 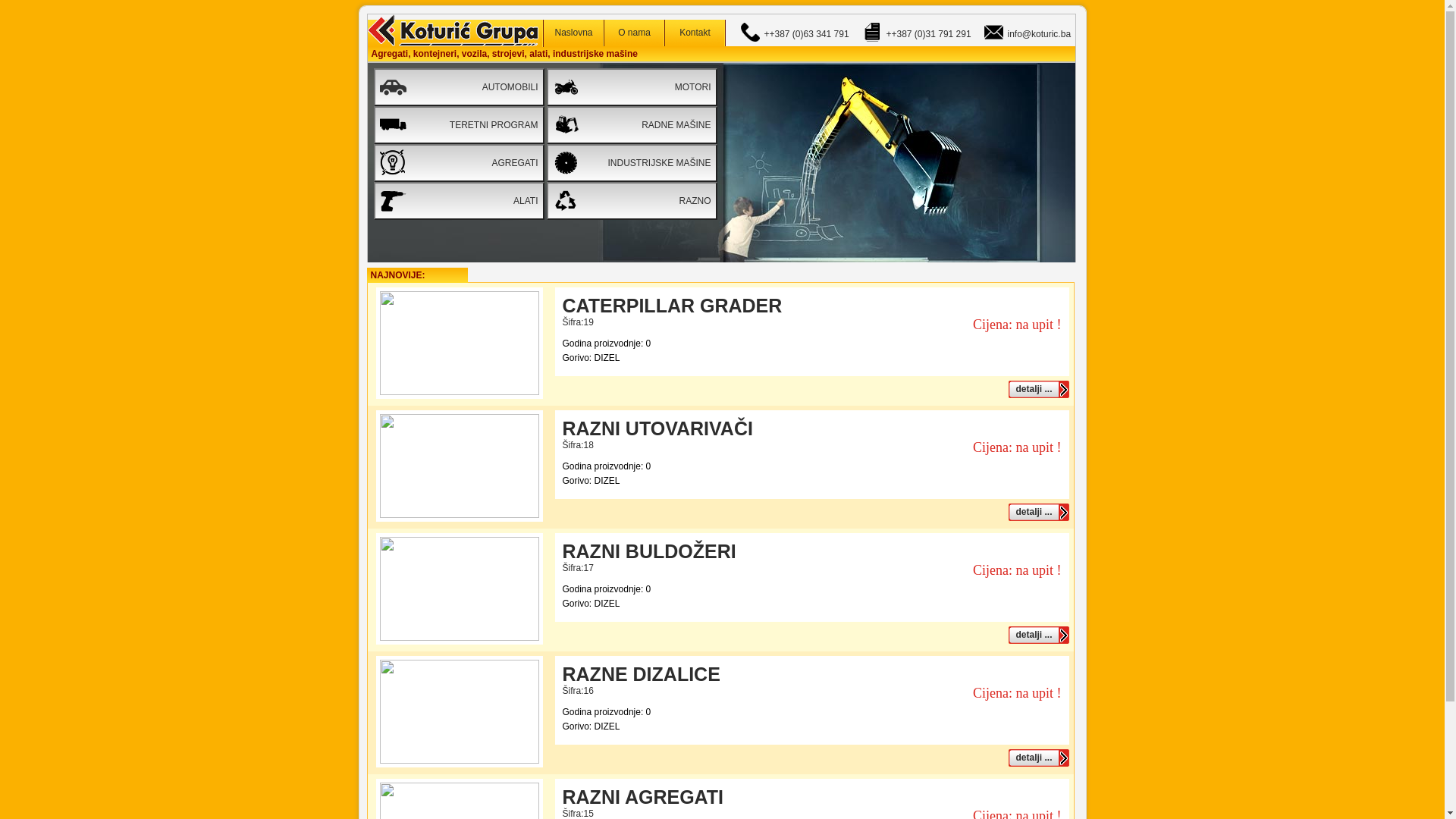 What do you see at coordinates (1037, 635) in the screenshot?
I see `'detalji ...'` at bounding box center [1037, 635].